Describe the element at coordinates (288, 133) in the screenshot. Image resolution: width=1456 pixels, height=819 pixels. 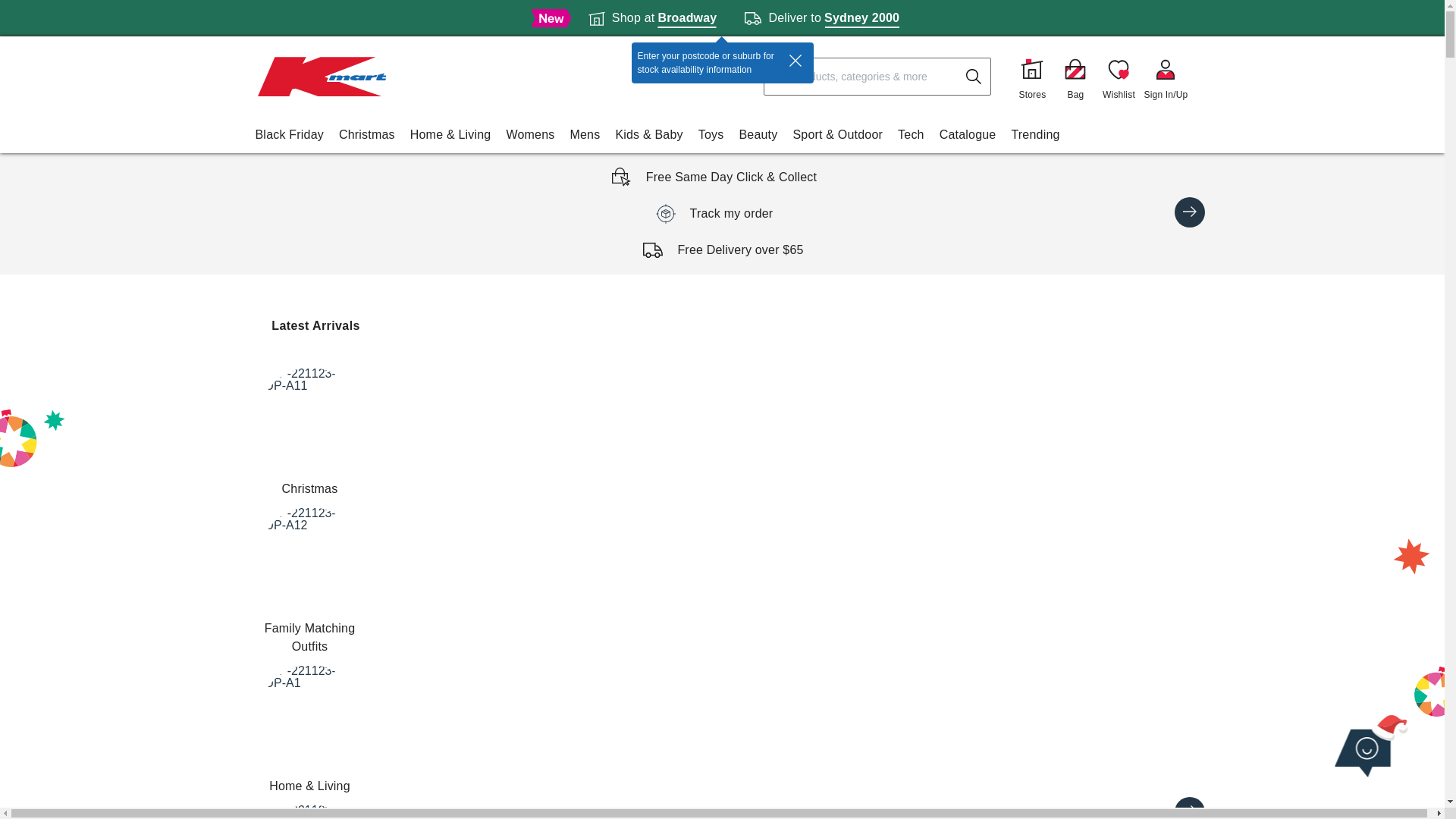
I see `'Black Friday'` at that location.